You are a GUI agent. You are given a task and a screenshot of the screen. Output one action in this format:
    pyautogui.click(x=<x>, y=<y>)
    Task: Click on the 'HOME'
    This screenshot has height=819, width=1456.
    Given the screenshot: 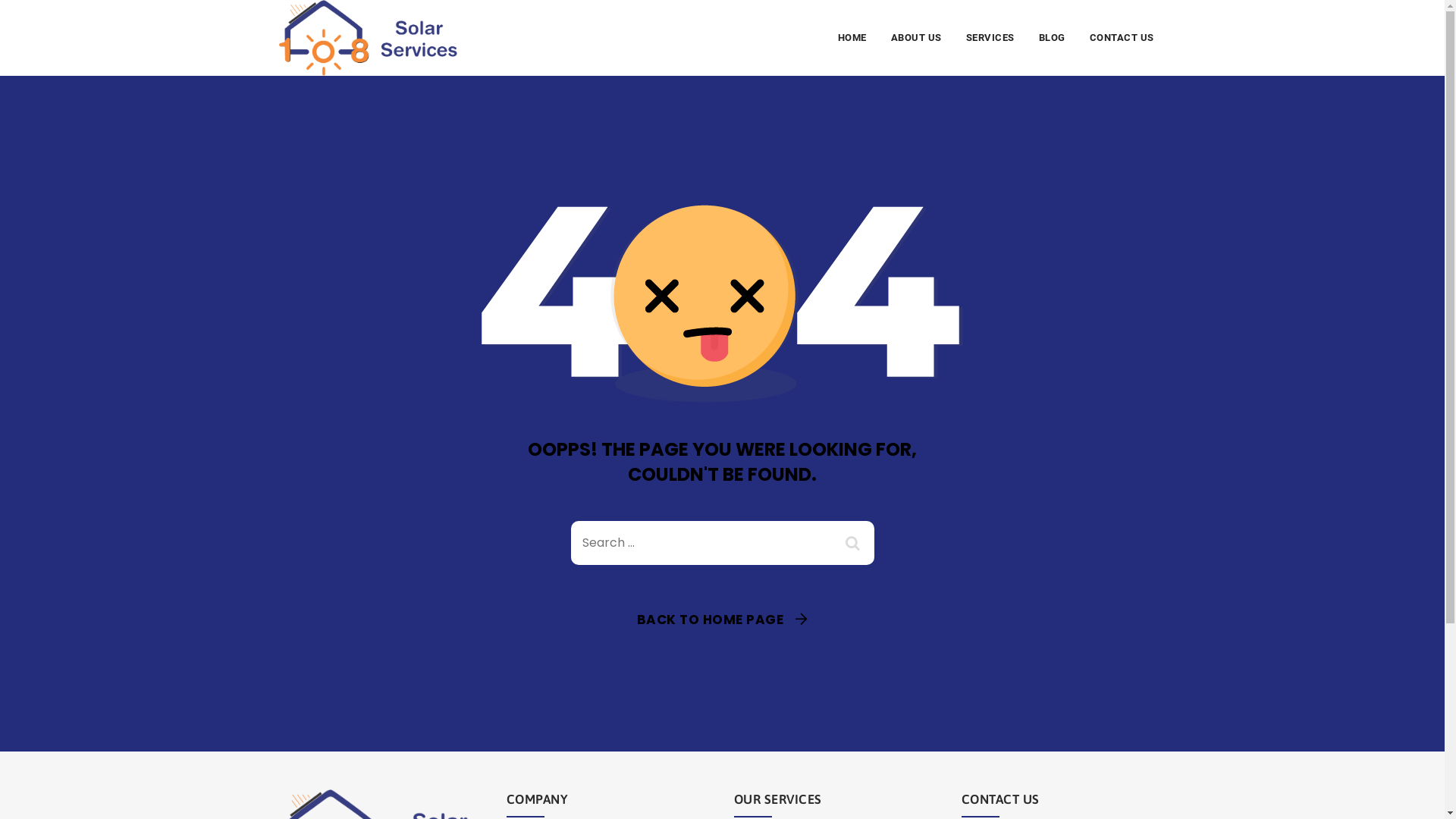 What is the action you would take?
    pyautogui.click(x=852, y=37)
    